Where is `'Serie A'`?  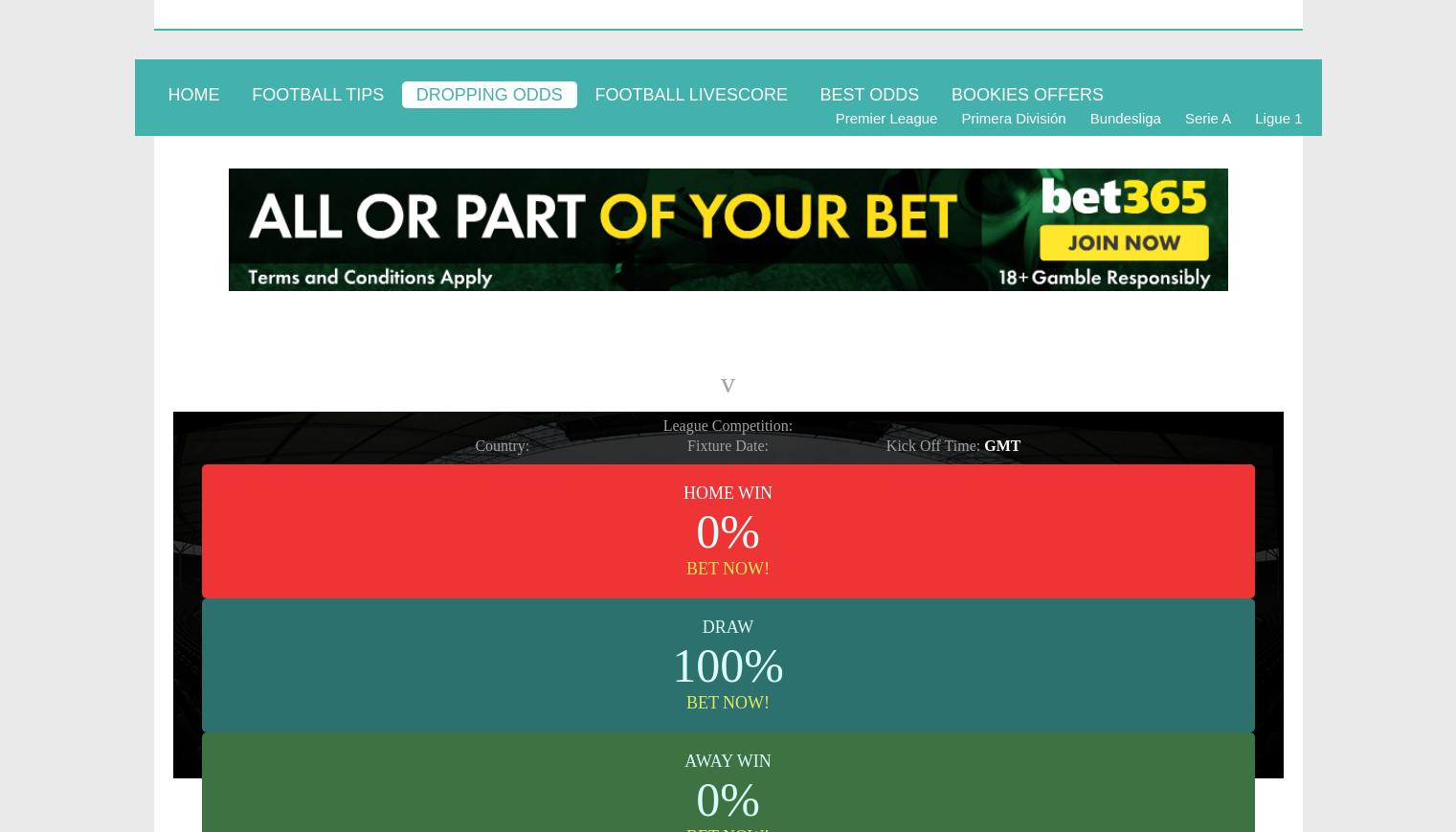
'Serie A' is located at coordinates (1206, 117).